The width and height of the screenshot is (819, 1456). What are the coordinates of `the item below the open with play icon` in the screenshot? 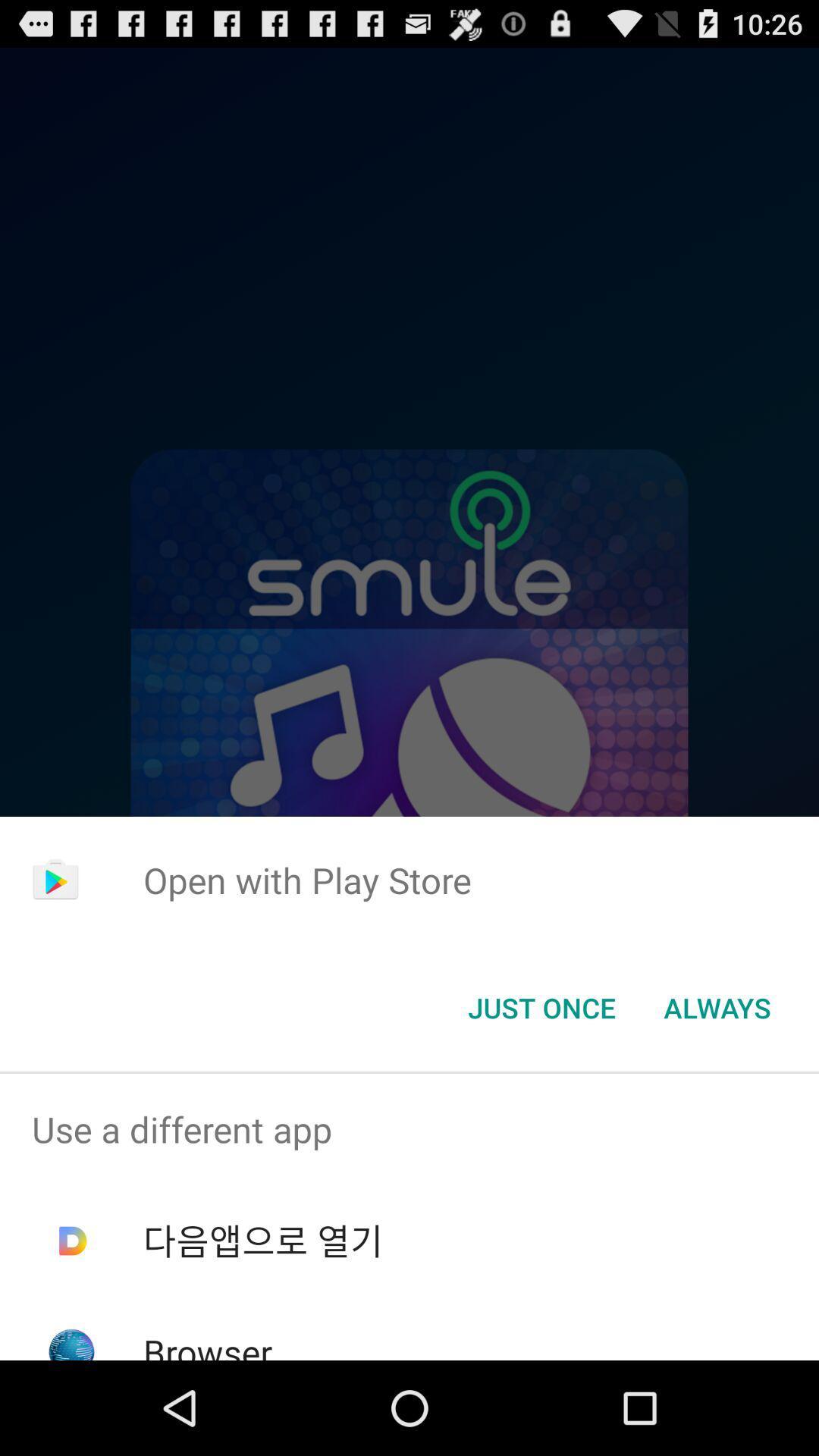 It's located at (717, 1008).